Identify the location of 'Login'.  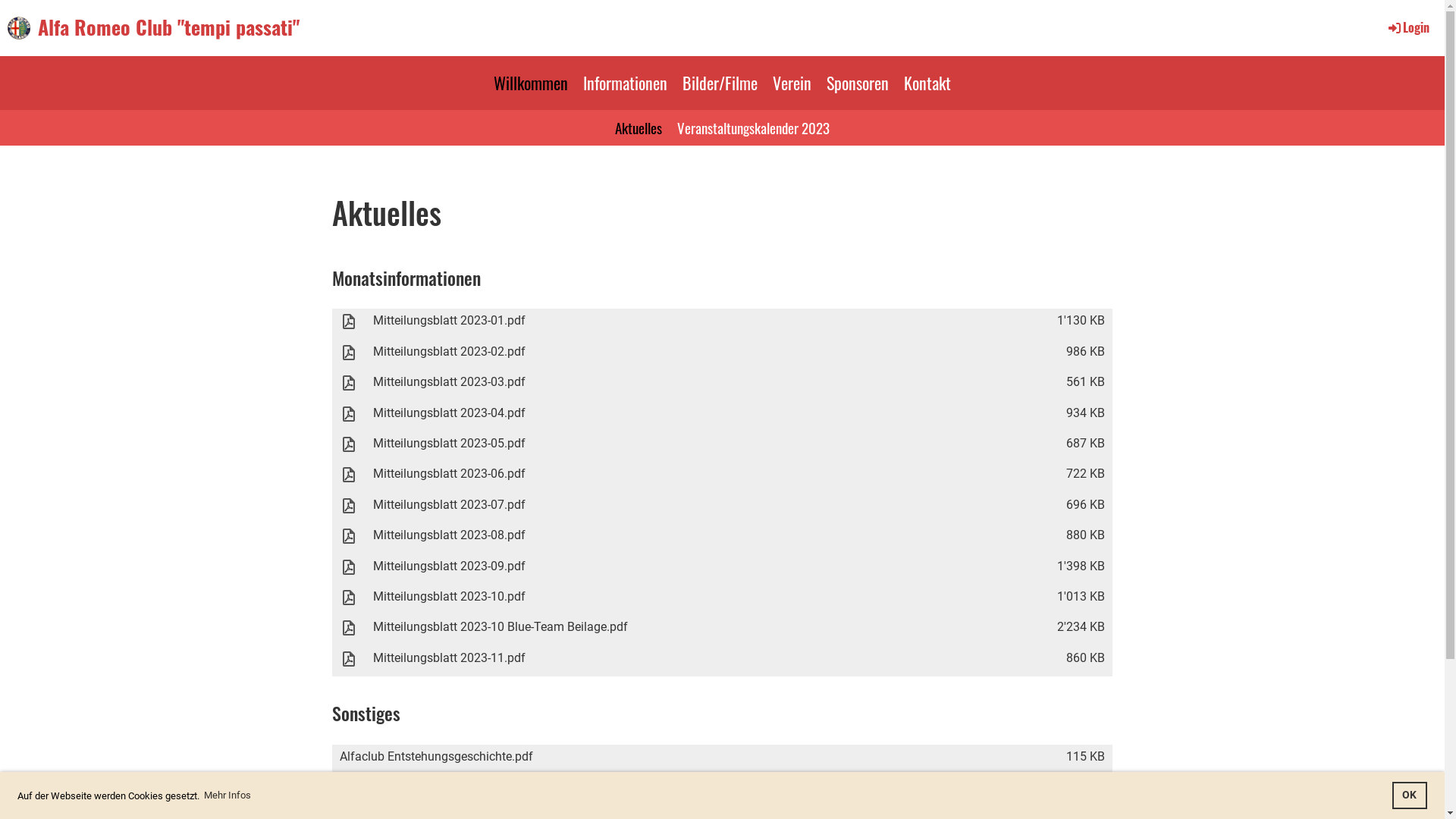
(1407, 27).